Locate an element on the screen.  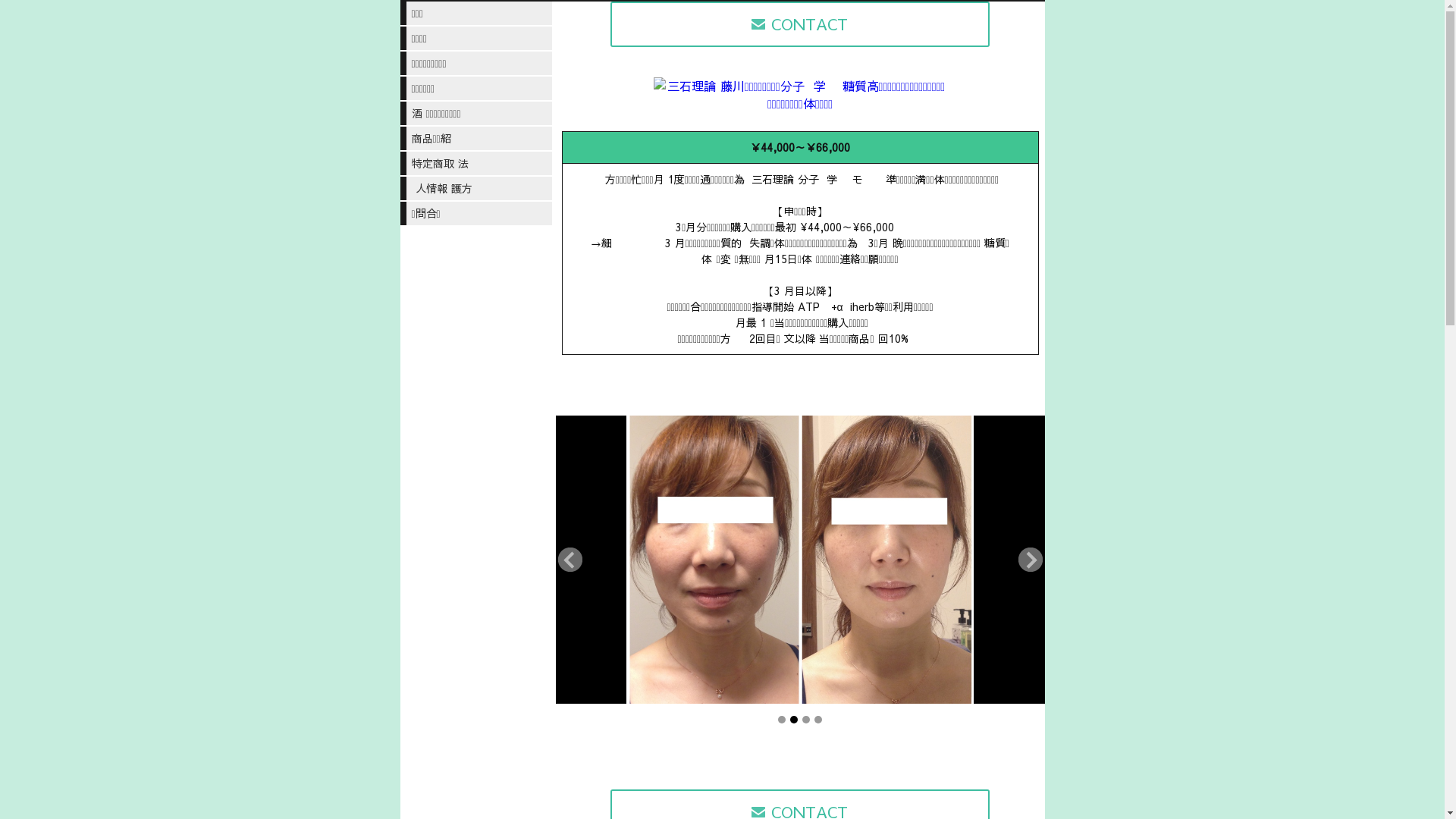
'3' is located at coordinates (801, 718).